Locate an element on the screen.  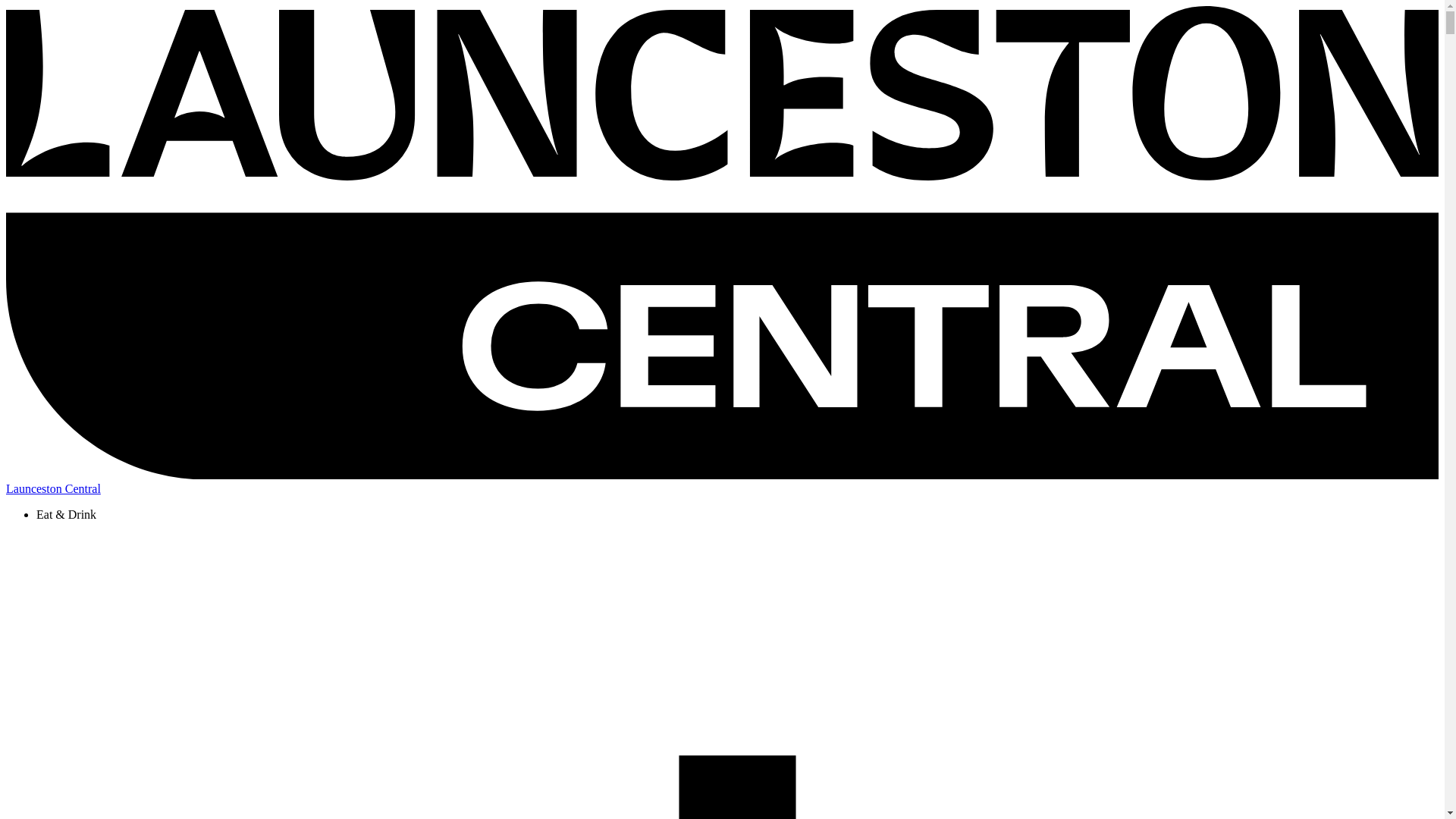
'Launceston Central' is located at coordinates (6, 482).